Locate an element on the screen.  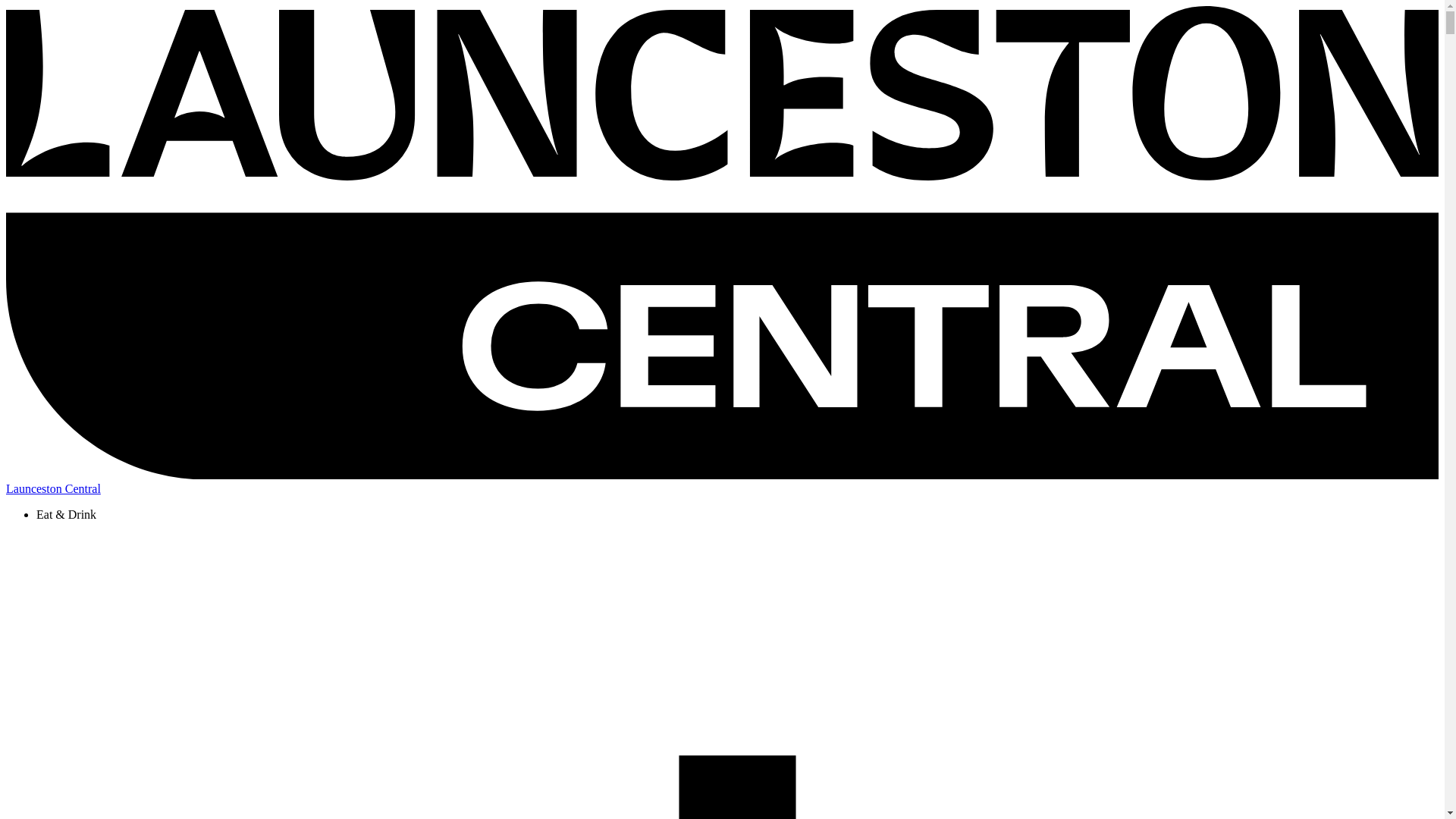
'Launceston Central' is located at coordinates (6, 482).